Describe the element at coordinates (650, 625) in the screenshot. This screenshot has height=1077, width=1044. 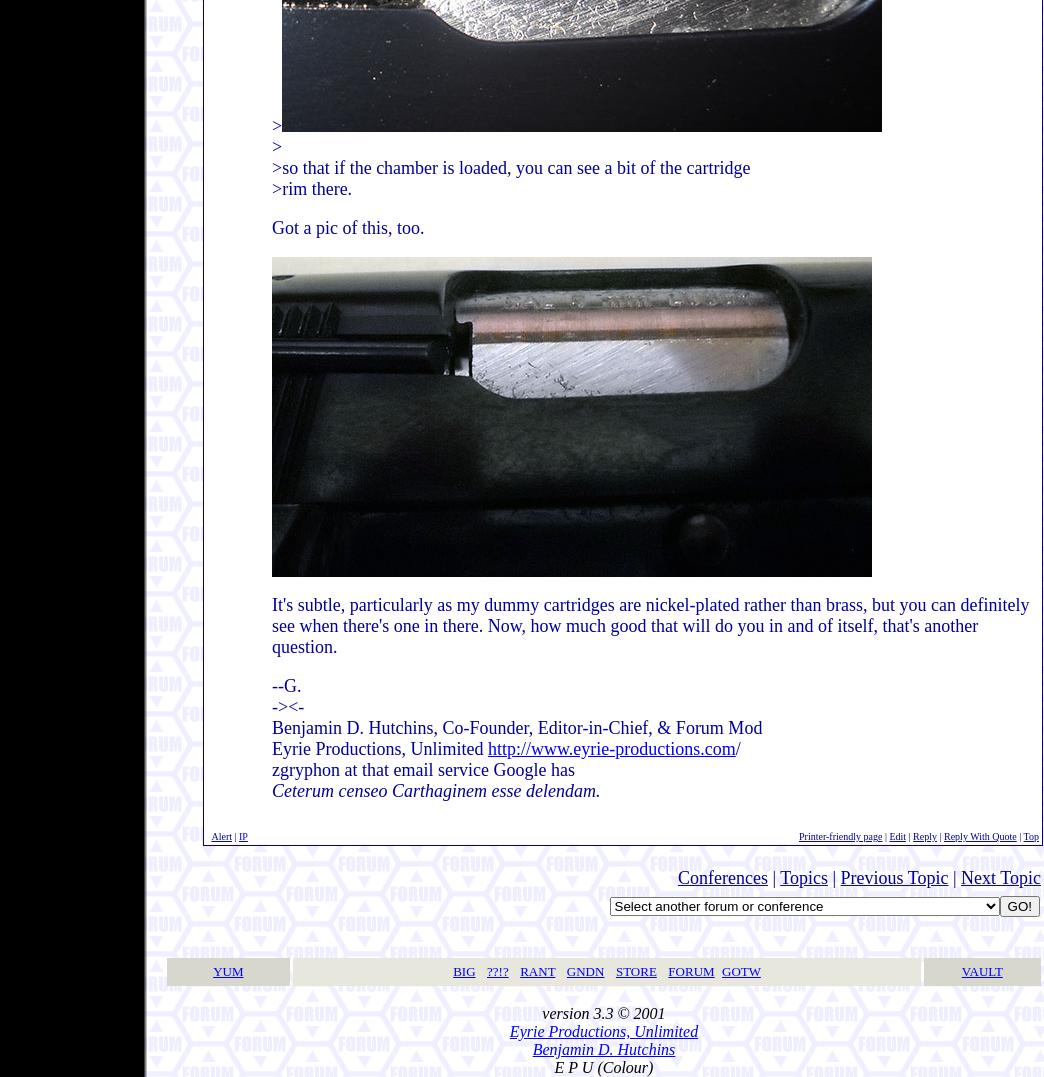
I see `'It's subtle, particularly as my dummy cartridges are nickel-plated rather than brass, but you can definitely see when there's one in there.  Now, how much good that will do you in and of itself, that's another question.'` at that location.